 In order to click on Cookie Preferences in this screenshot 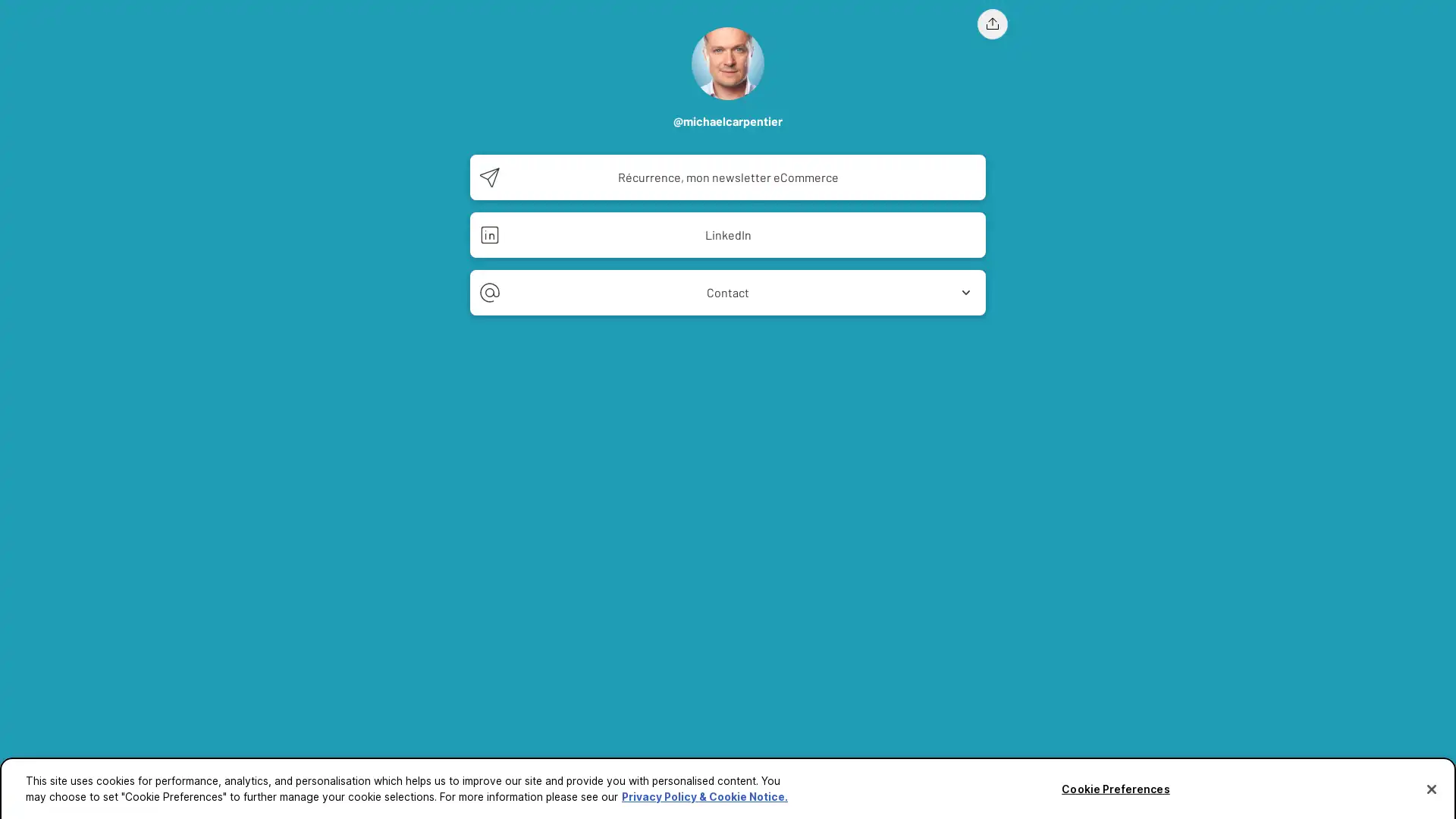, I will do `click(1115, 784)`.